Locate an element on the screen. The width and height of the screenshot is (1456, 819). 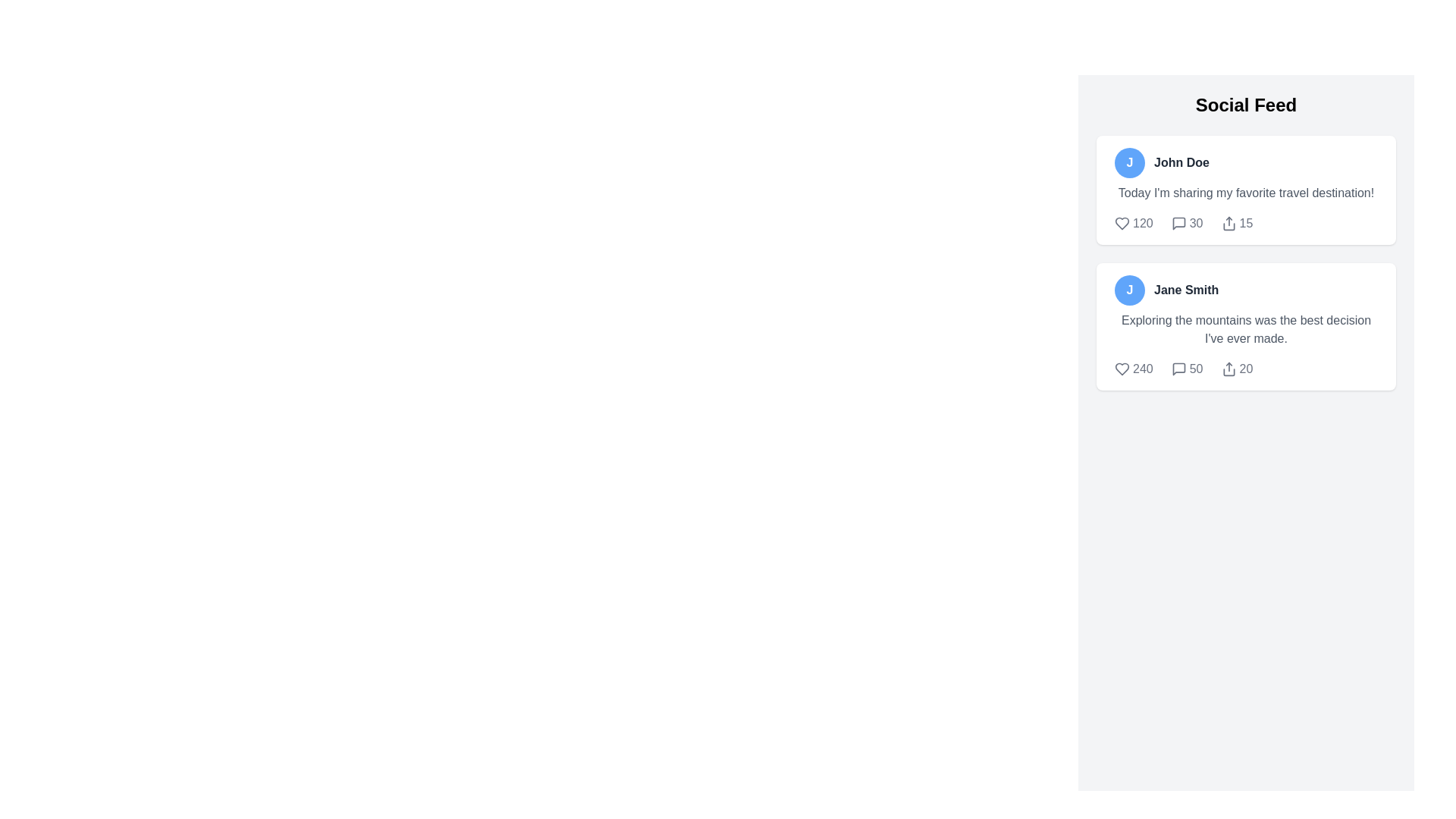
the heart icon displaying a count of '240' is located at coordinates (1134, 369).